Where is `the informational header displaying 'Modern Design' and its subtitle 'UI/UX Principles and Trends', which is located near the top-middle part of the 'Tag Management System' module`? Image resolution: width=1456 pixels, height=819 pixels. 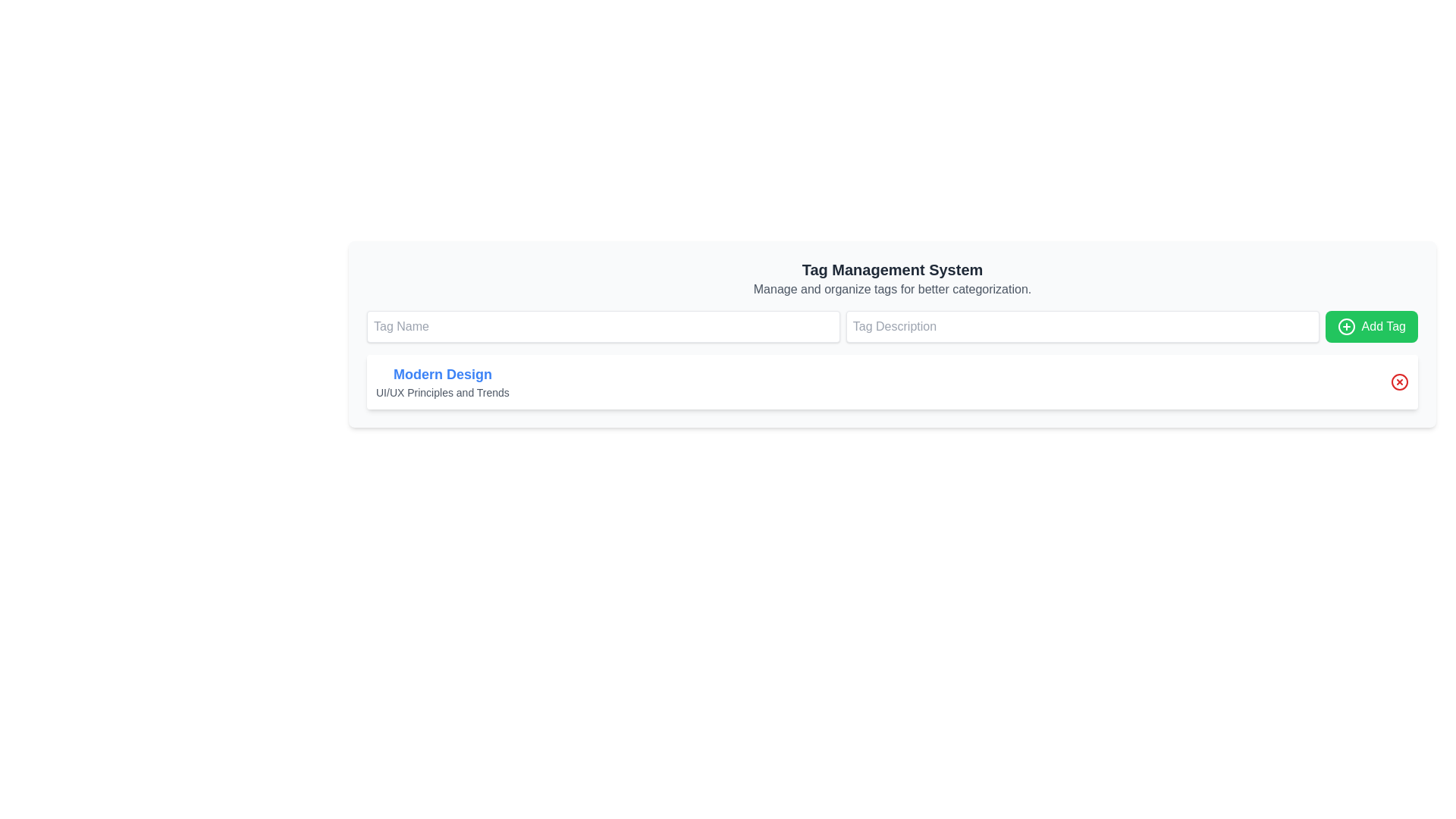
the informational header displaying 'Modern Design' and its subtitle 'UI/UX Principles and Trends', which is located near the top-middle part of the 'Tag Management System' module is located at coordinates (441, 381).